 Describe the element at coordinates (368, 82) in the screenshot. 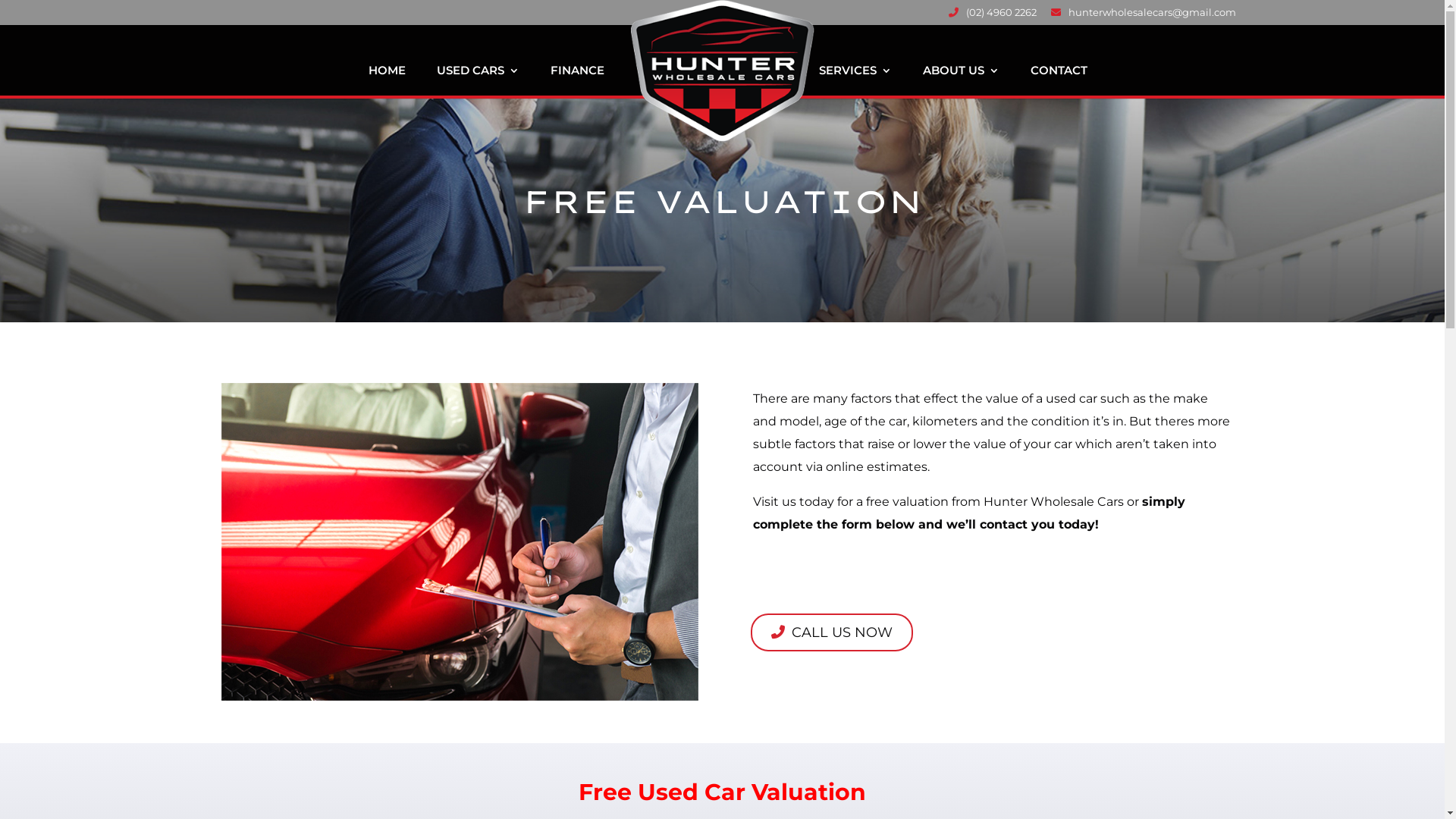

I see `'HOME'` at that location.